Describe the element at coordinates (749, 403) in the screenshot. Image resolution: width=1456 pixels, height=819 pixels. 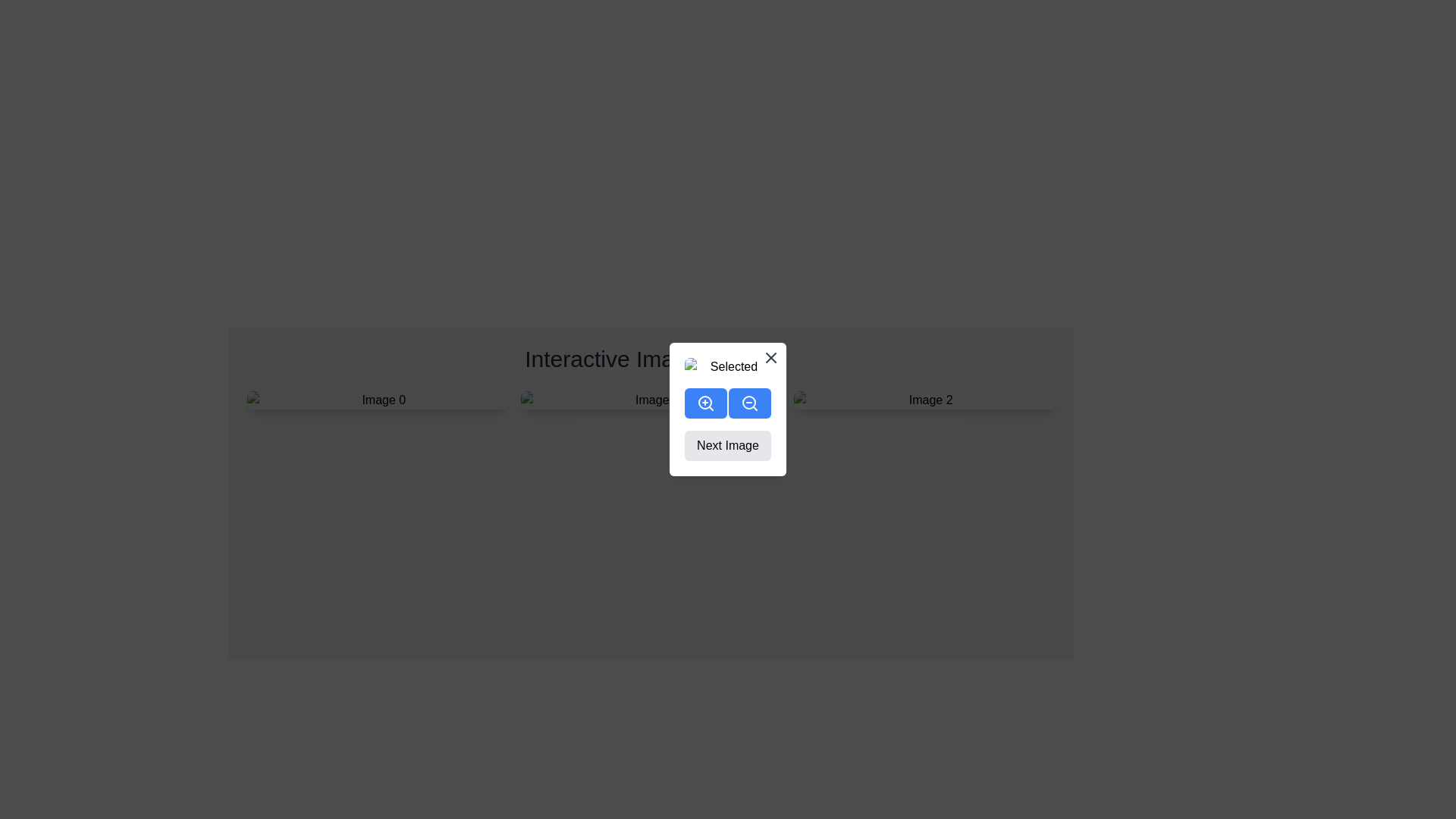
I see `the zoom-out icon located inside the button at the top right section of the modal dialog, which is the second icon from the left within its group` at that location.